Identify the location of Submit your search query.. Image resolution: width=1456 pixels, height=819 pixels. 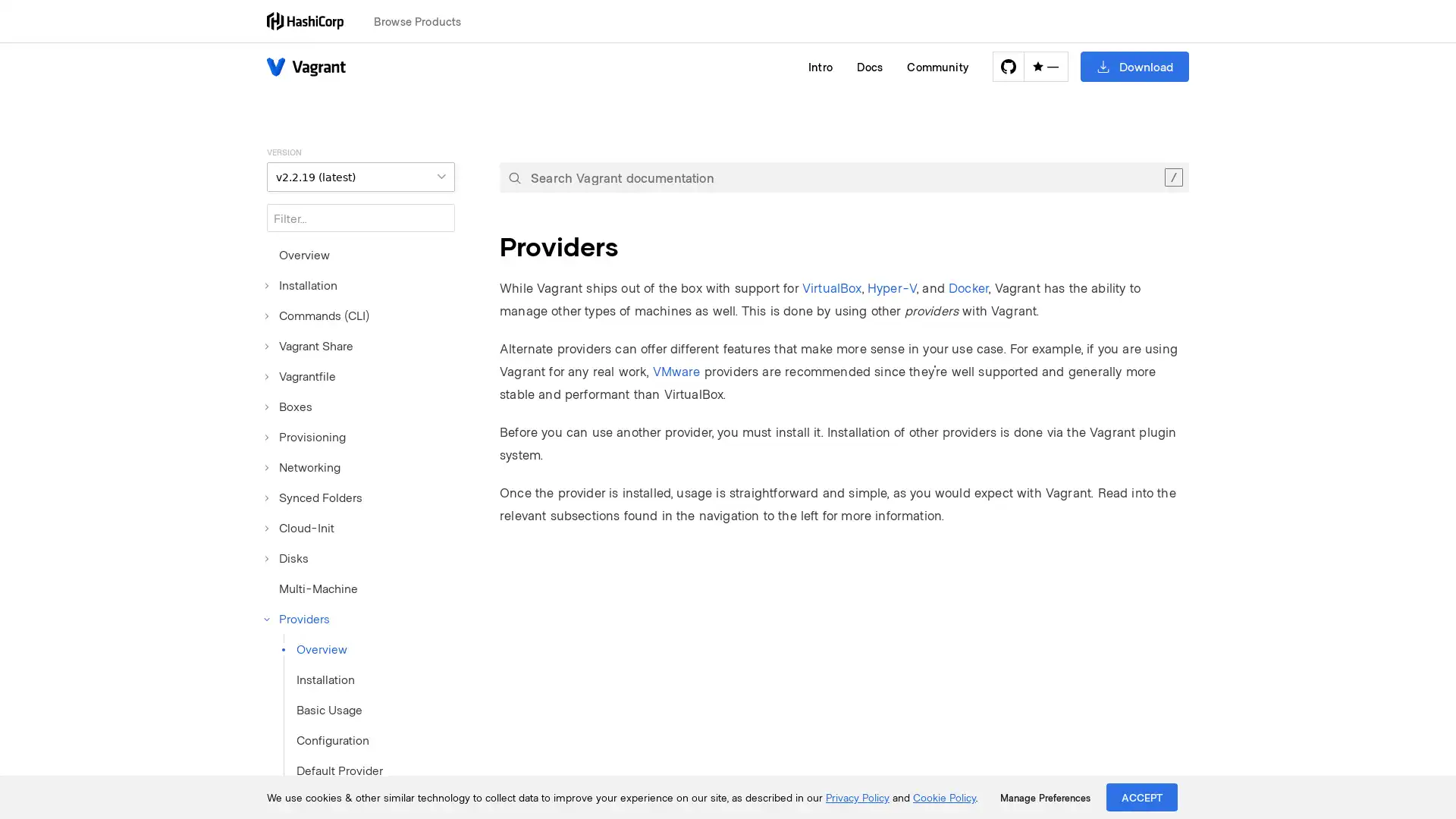
(514, 177).